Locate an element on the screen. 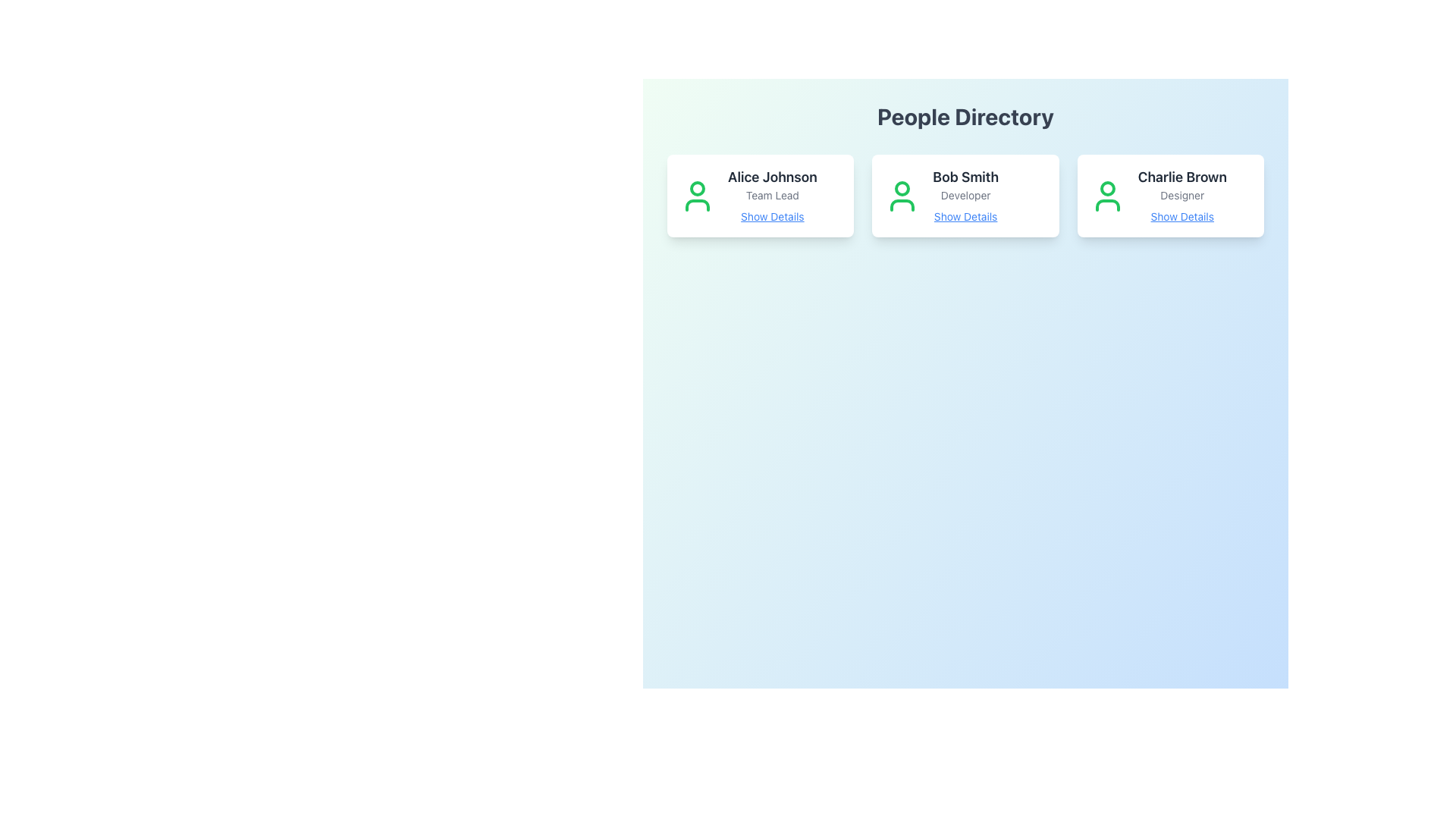 This screenshot has height=819, width=1456. the text label displaying the name 'Alice Johnson' at the top of the first user card in the 'People Directory' section is located at coordinates (772, 177).